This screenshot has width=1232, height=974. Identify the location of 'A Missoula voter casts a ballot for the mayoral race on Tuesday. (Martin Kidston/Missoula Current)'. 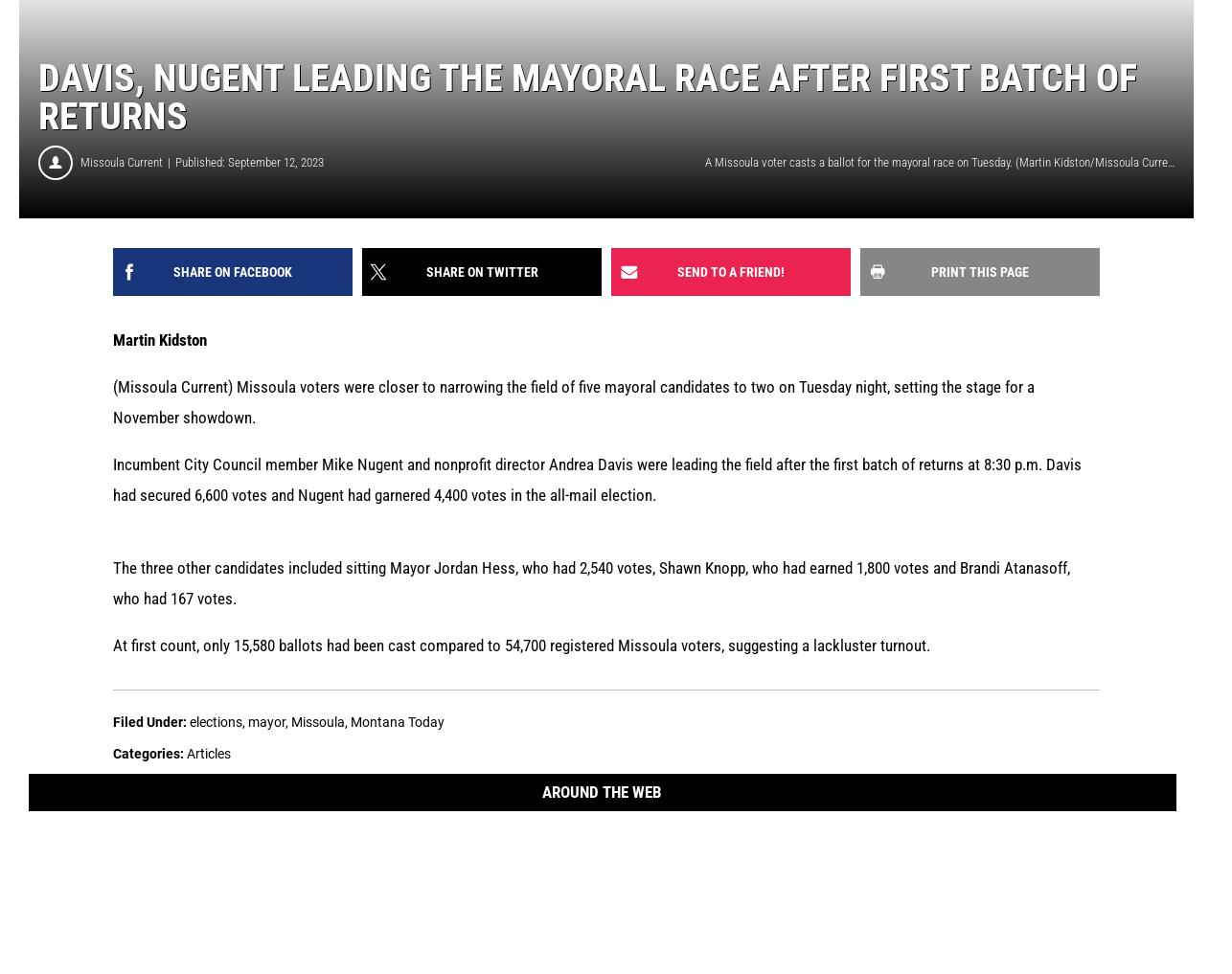
(703, 161).